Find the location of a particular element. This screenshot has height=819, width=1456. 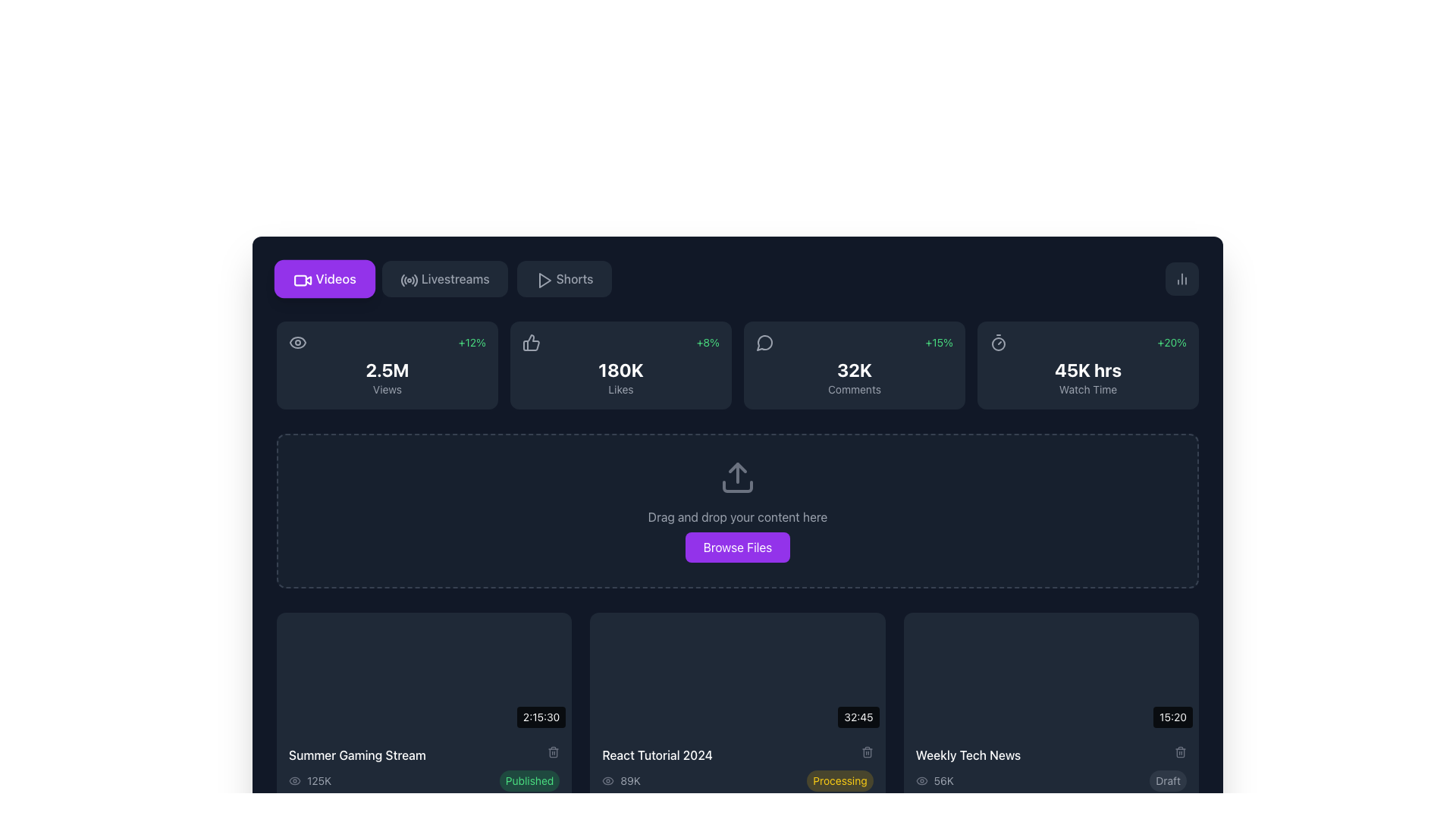

the play icon, which is an arrow-shaped graphical icon pointing to the right, located within a small square area on the right side of the top navigation bar is located at coordinates (544, 281).